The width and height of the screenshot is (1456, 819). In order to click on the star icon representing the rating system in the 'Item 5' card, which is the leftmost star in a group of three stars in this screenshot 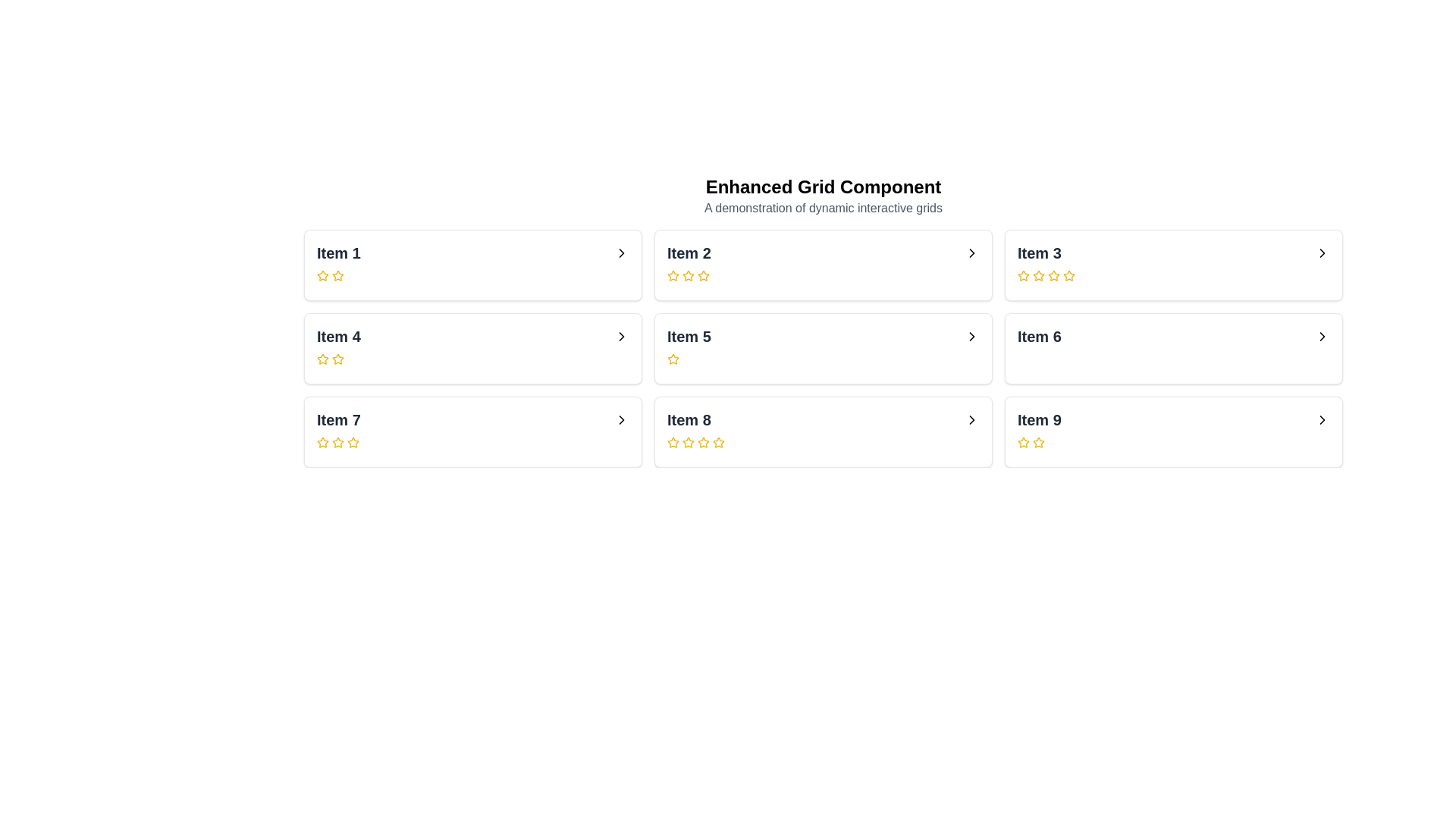, I will do `click(673, 359)`.